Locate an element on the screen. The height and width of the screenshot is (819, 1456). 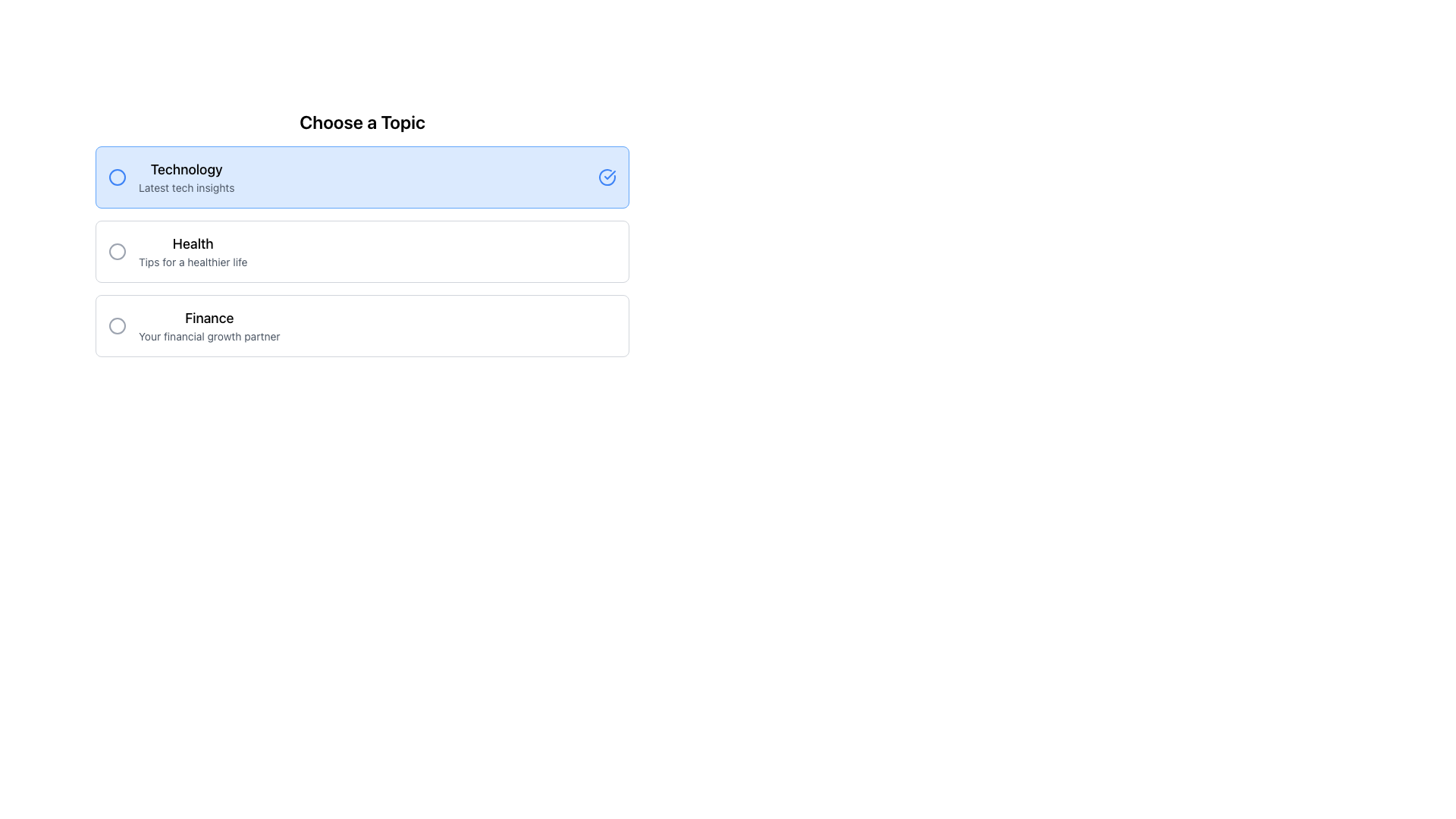
the text label displaying 'Latest tech insights', which is located beneath the 'Technology' heading in a light blue section is located at coordinates (186, 187).